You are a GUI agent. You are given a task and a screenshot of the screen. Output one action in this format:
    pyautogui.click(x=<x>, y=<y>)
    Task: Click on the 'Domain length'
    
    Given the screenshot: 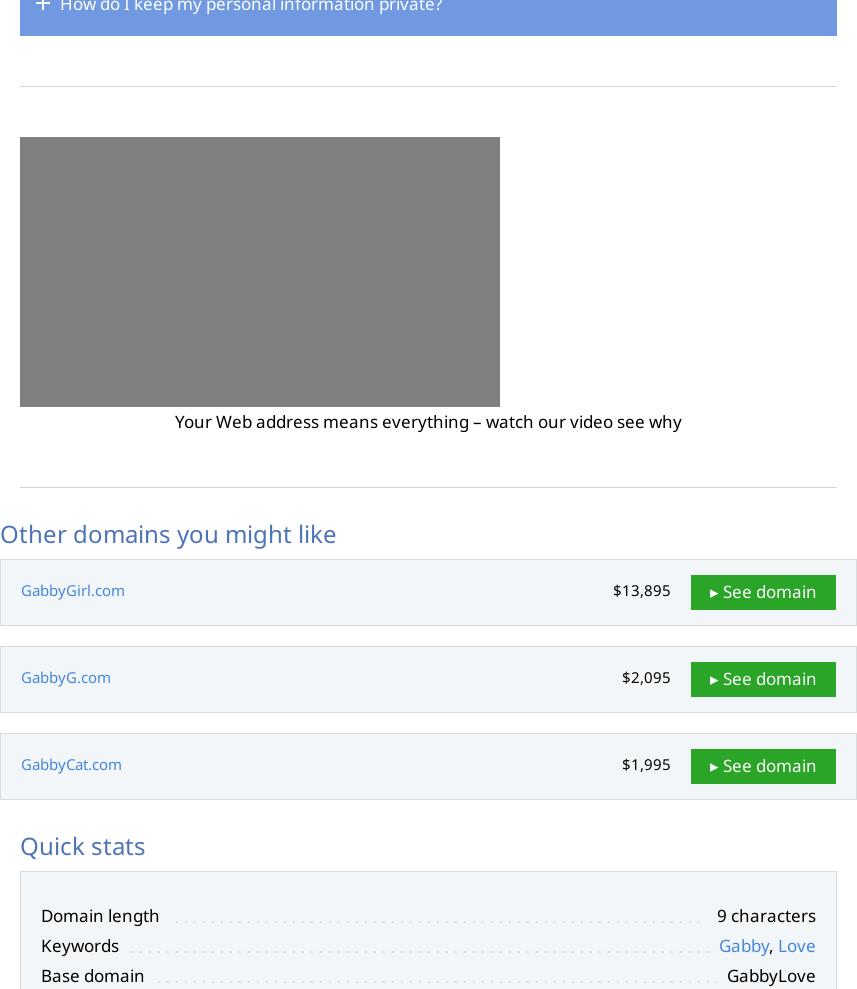 What is the action you would take?
    pyautogui.click(x=100, y=914)
    